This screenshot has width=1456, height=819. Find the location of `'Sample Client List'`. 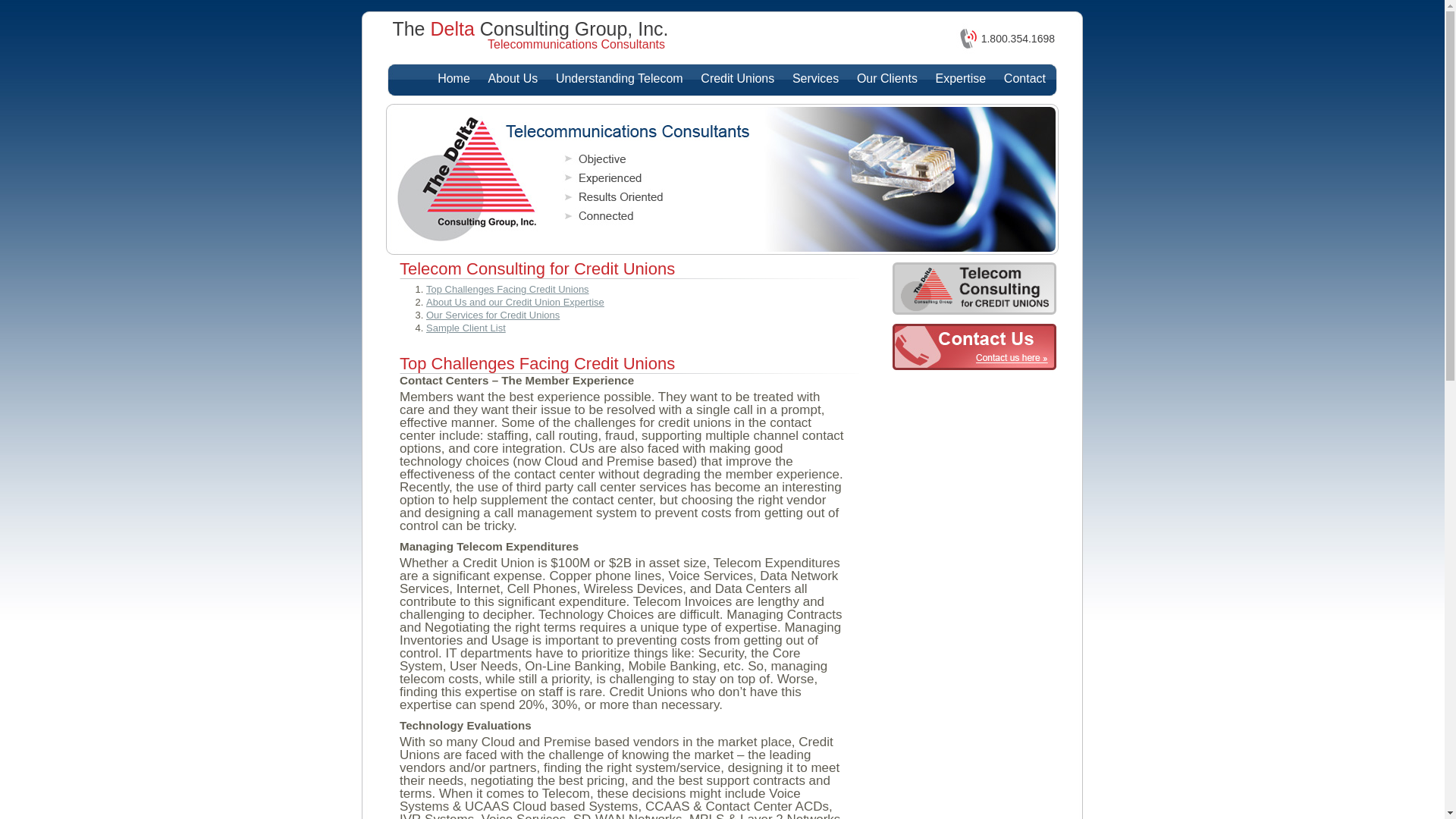

'Sample Client List' is located at coordinates (425, 327).